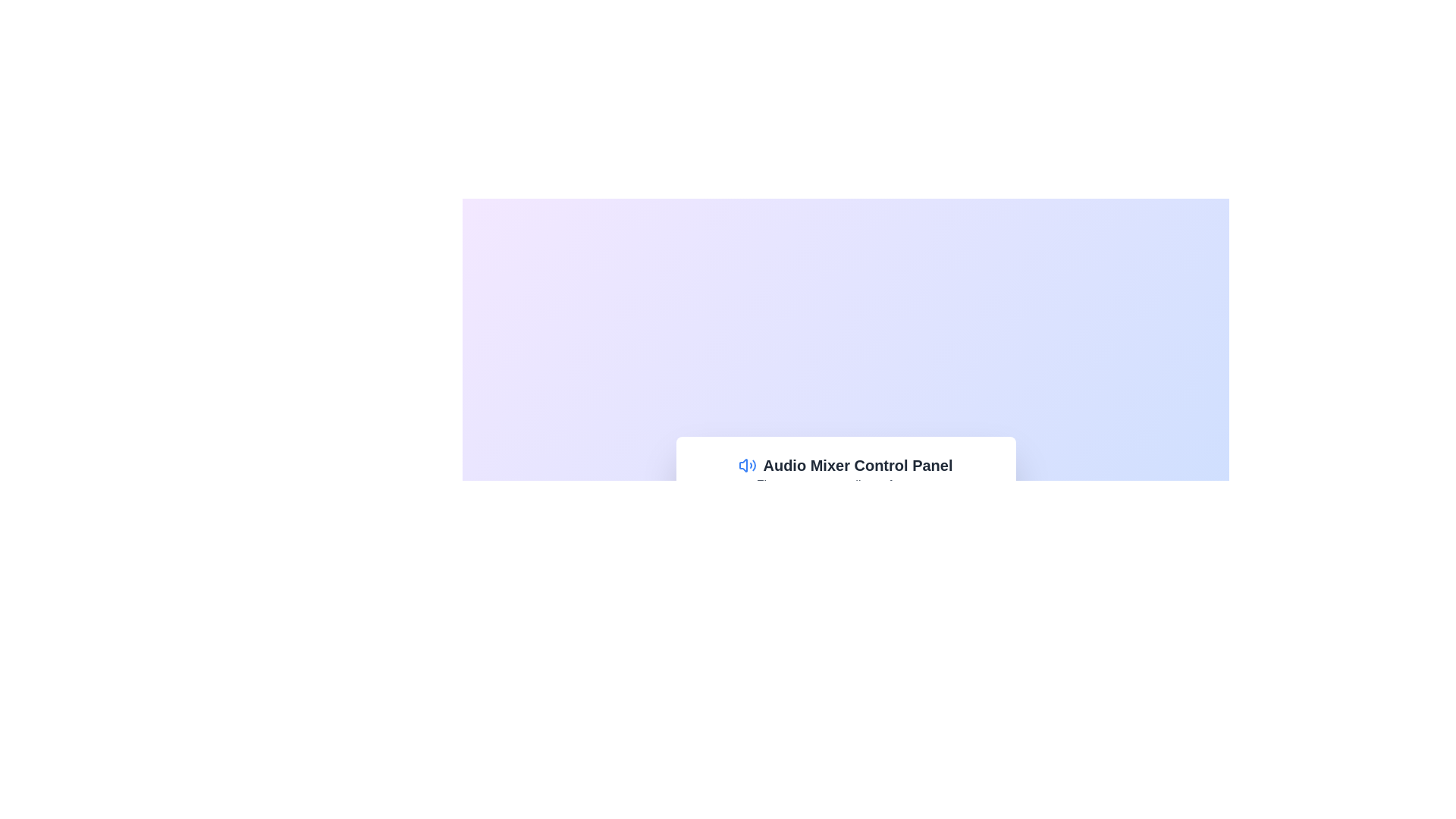  What do you see at coordinates (845, 464) in the screenshot?
I see `the Text Header with Icon that serves as the header for the audio mixer section` at bounding box center [845, 464].